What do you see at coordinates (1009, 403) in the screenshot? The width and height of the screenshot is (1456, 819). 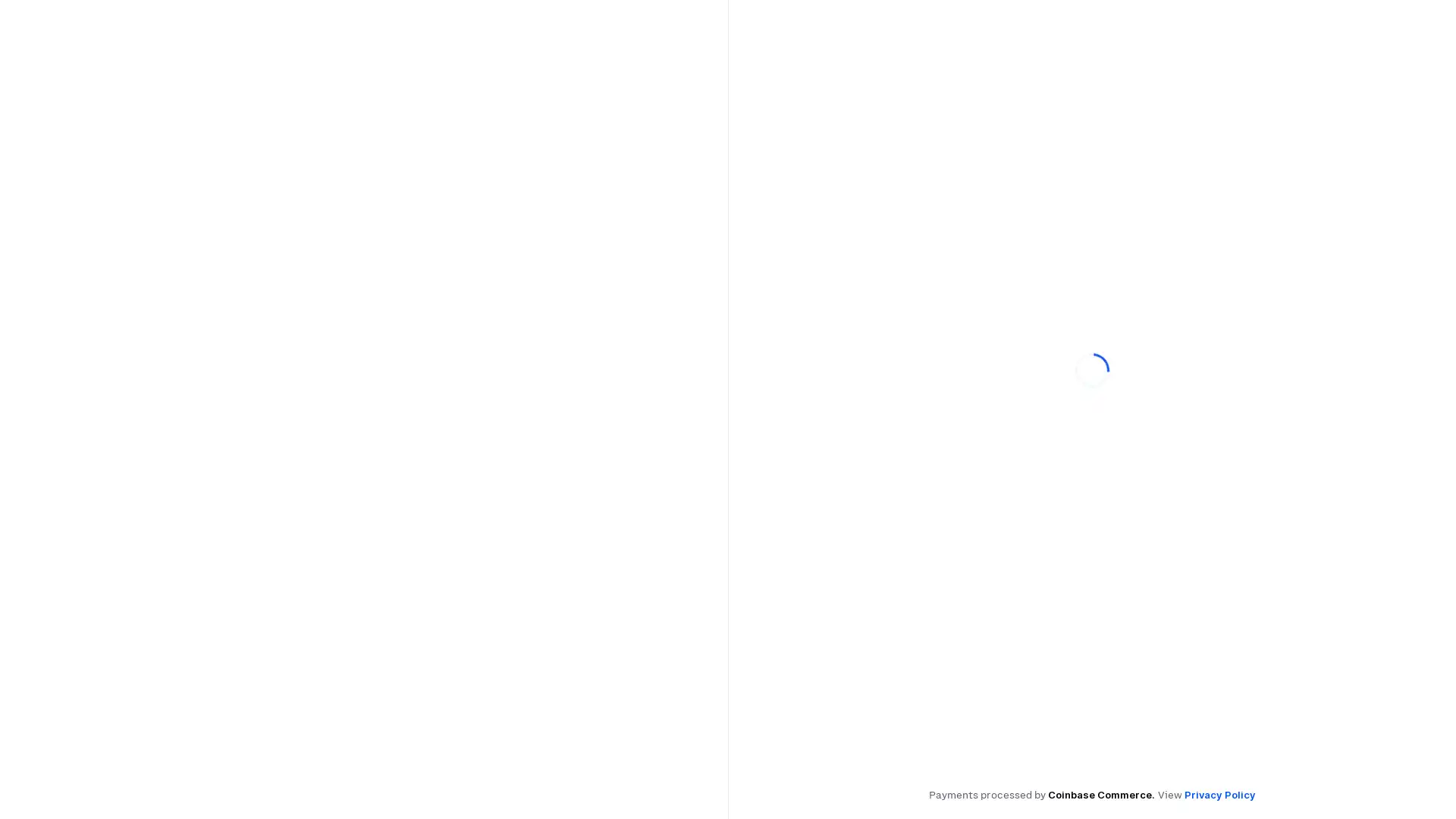 I see `Bitcoin Cash Bitcoin Cash BCH` at bounding box center [1009, 403].